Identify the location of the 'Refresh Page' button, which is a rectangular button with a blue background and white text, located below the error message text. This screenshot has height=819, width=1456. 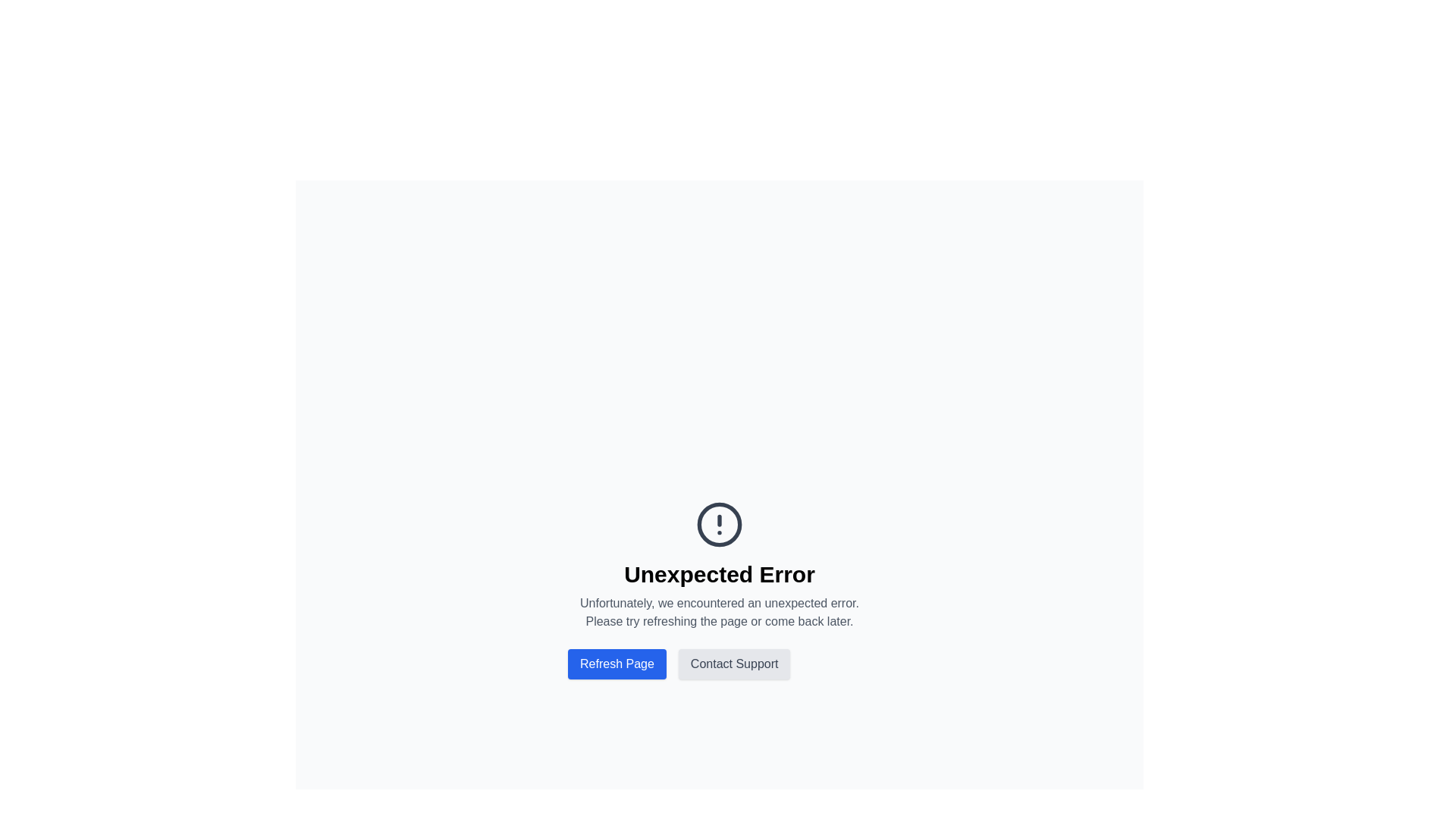
(617, 663).